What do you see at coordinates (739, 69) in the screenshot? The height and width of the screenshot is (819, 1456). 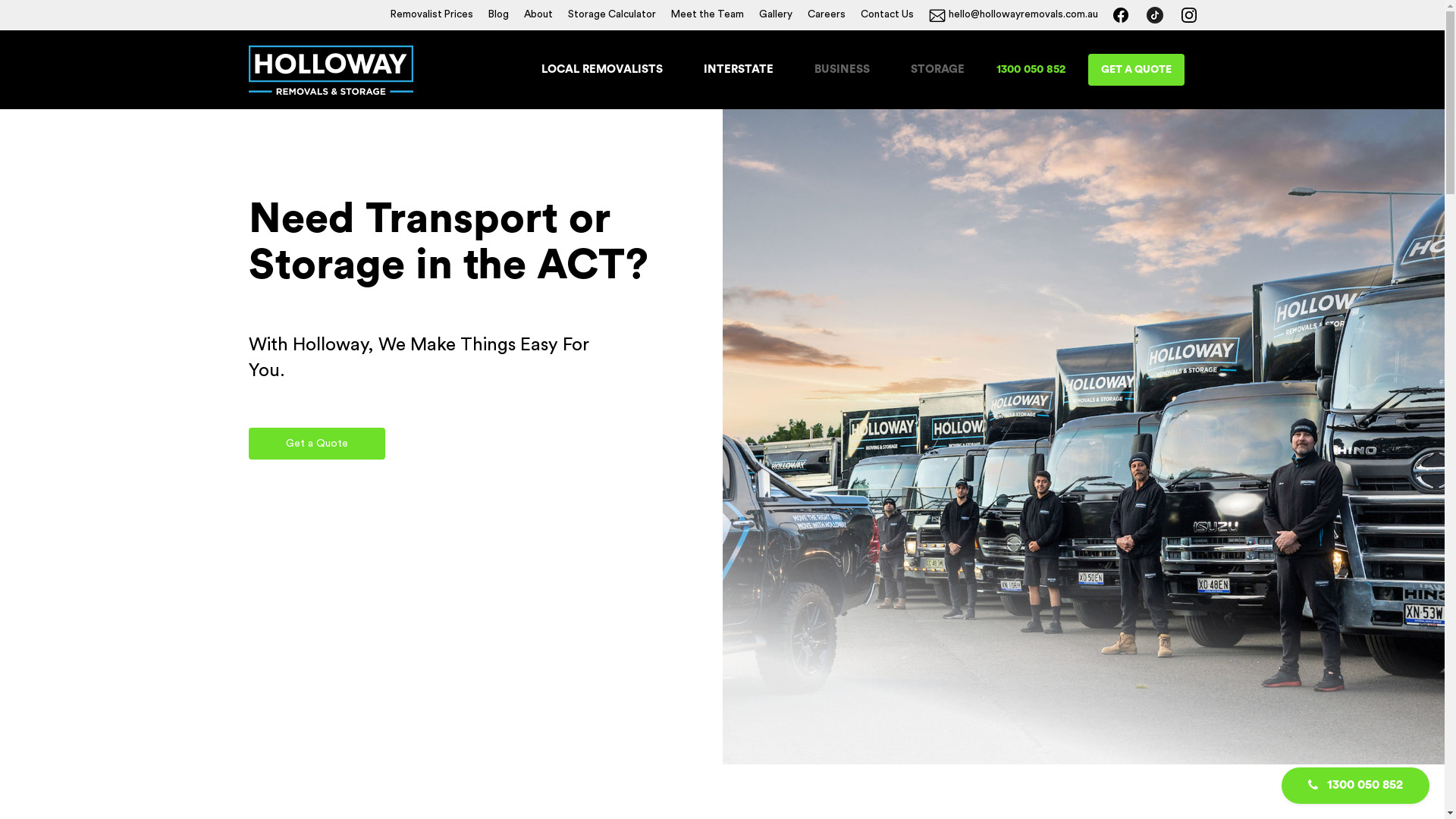 I see `'INTERSTATE'` at bounding box center [739, 69].